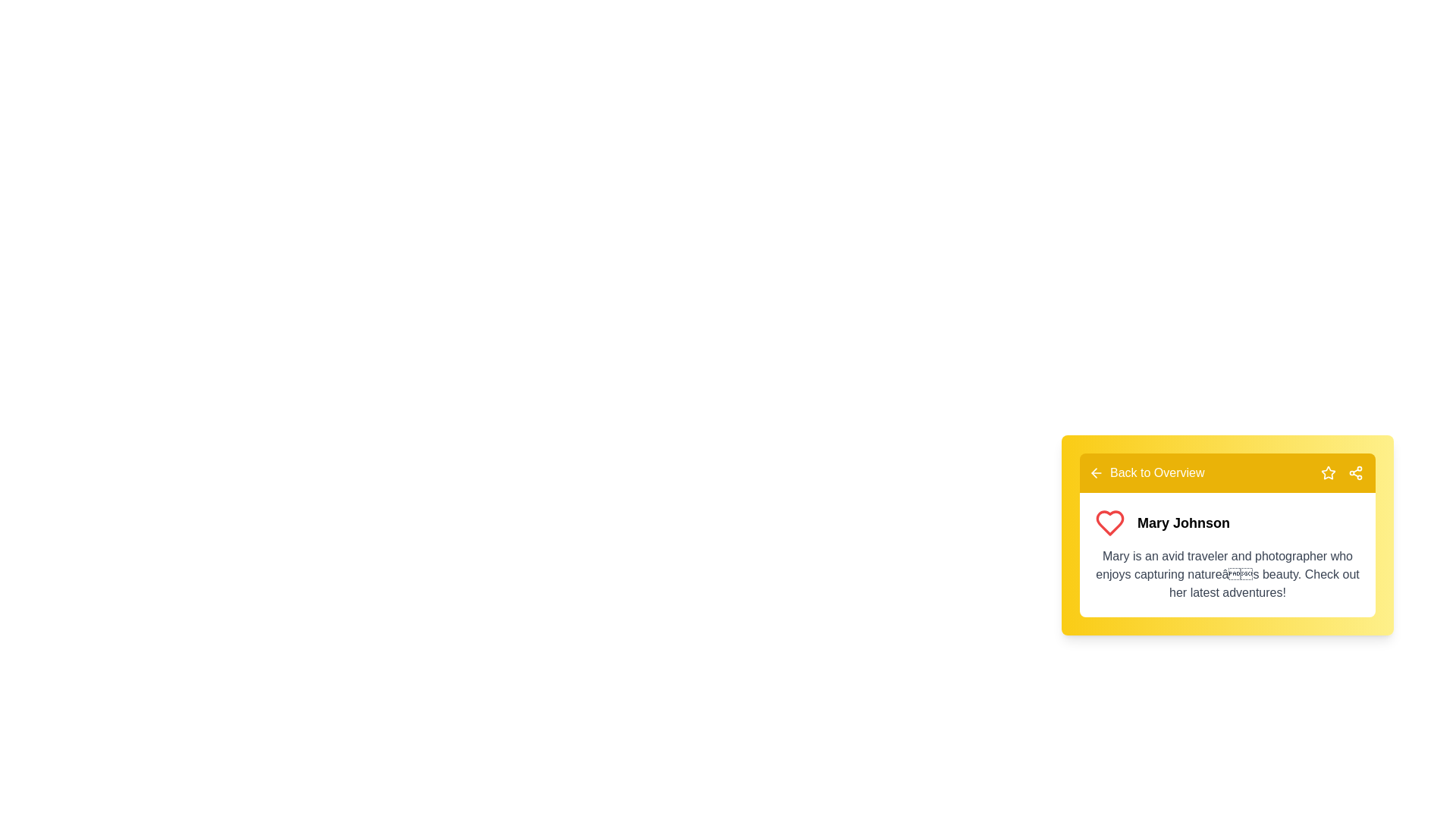 Image resolution: width=1456 pixels, height=819 pixels. I want to click on the name displayed in the text label, so click(1182, 522).